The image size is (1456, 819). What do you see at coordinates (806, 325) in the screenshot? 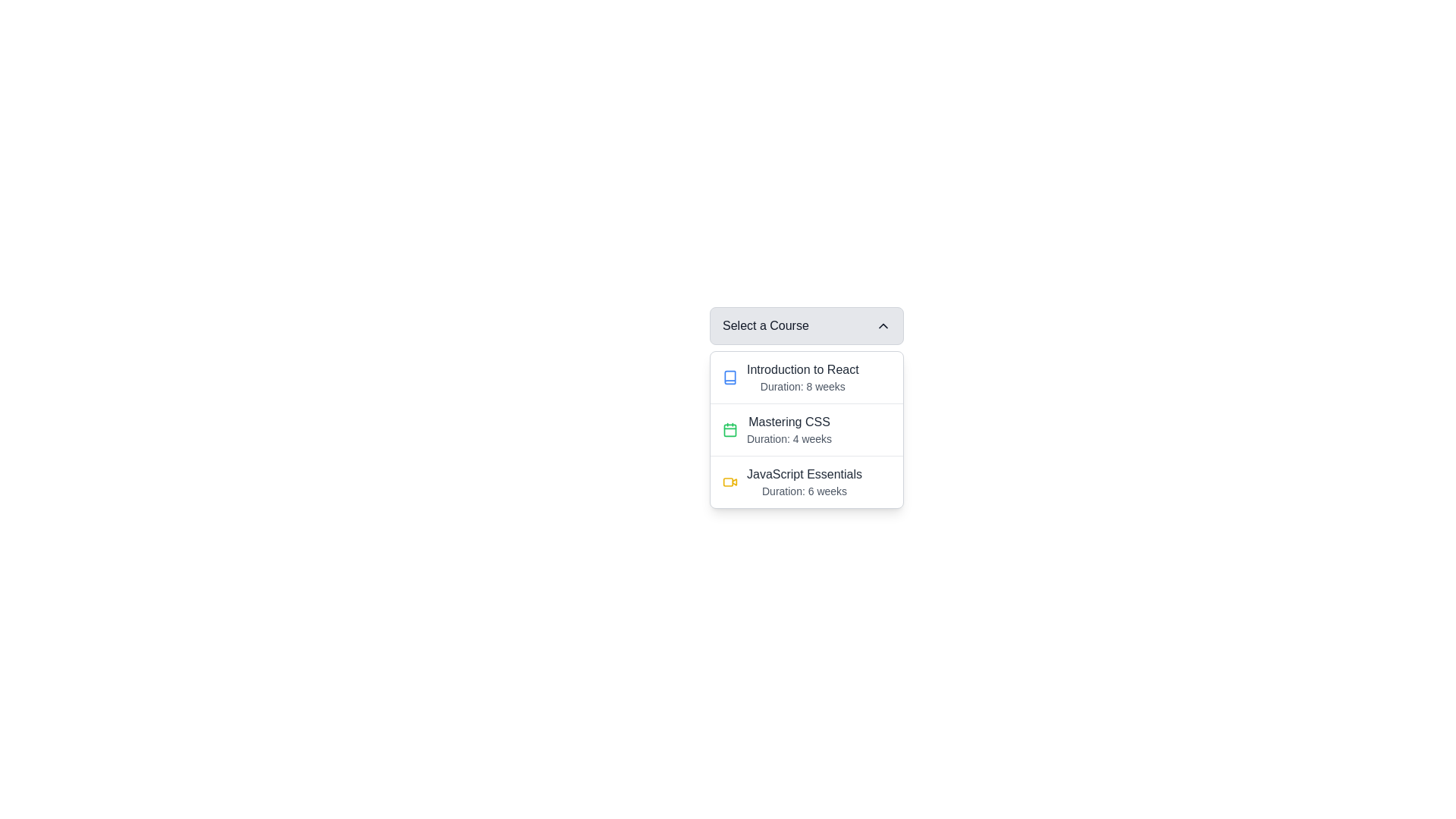
I see `the 'Select a Course' dropdown menu header and toggle element, which has a gray background and a chevron icon on the right side` at bounding box center [806, 325].